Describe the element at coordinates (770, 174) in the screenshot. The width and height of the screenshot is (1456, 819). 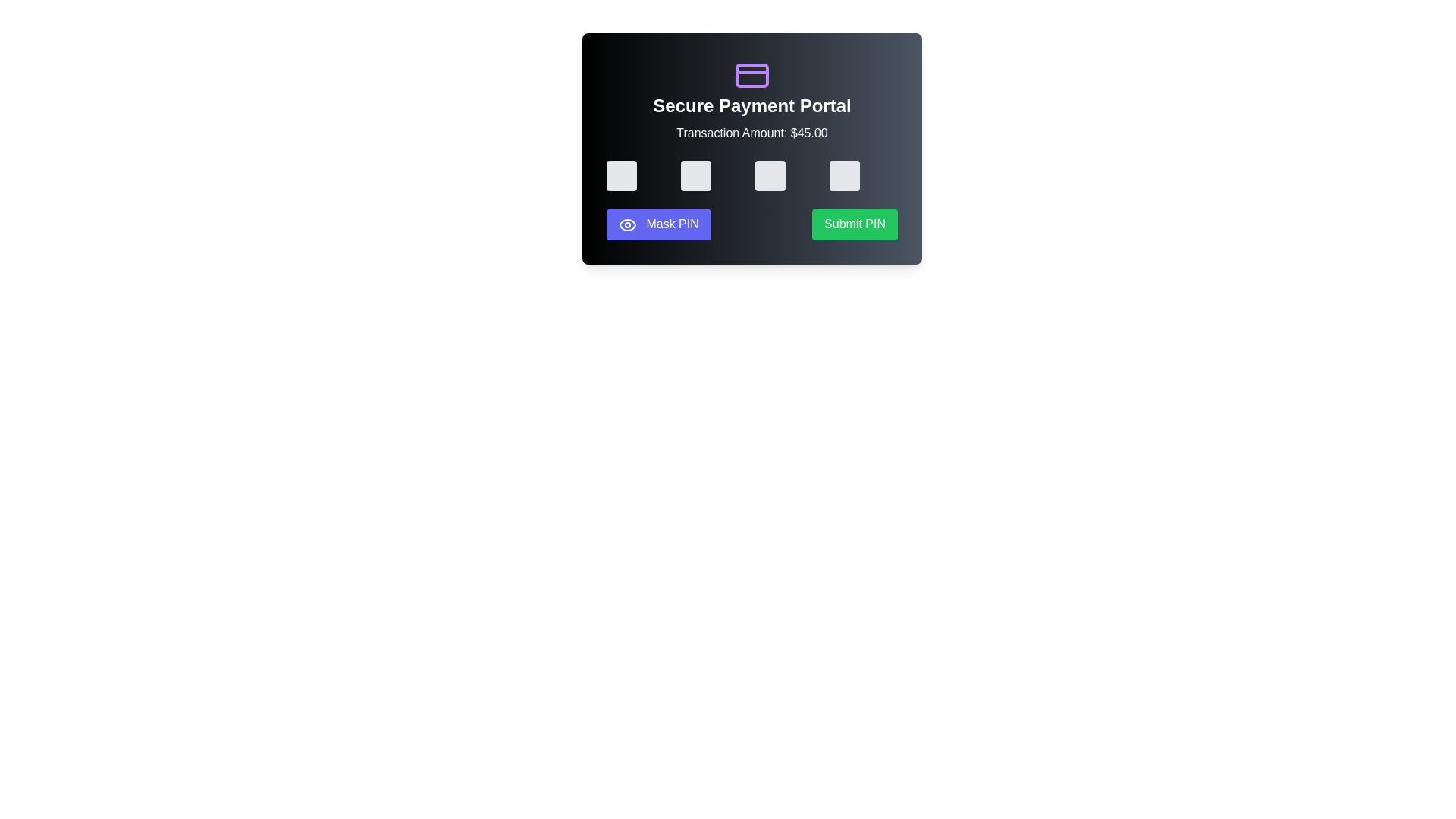
I see `the third PIN entry field in the Secure Payment Portal` at that location.